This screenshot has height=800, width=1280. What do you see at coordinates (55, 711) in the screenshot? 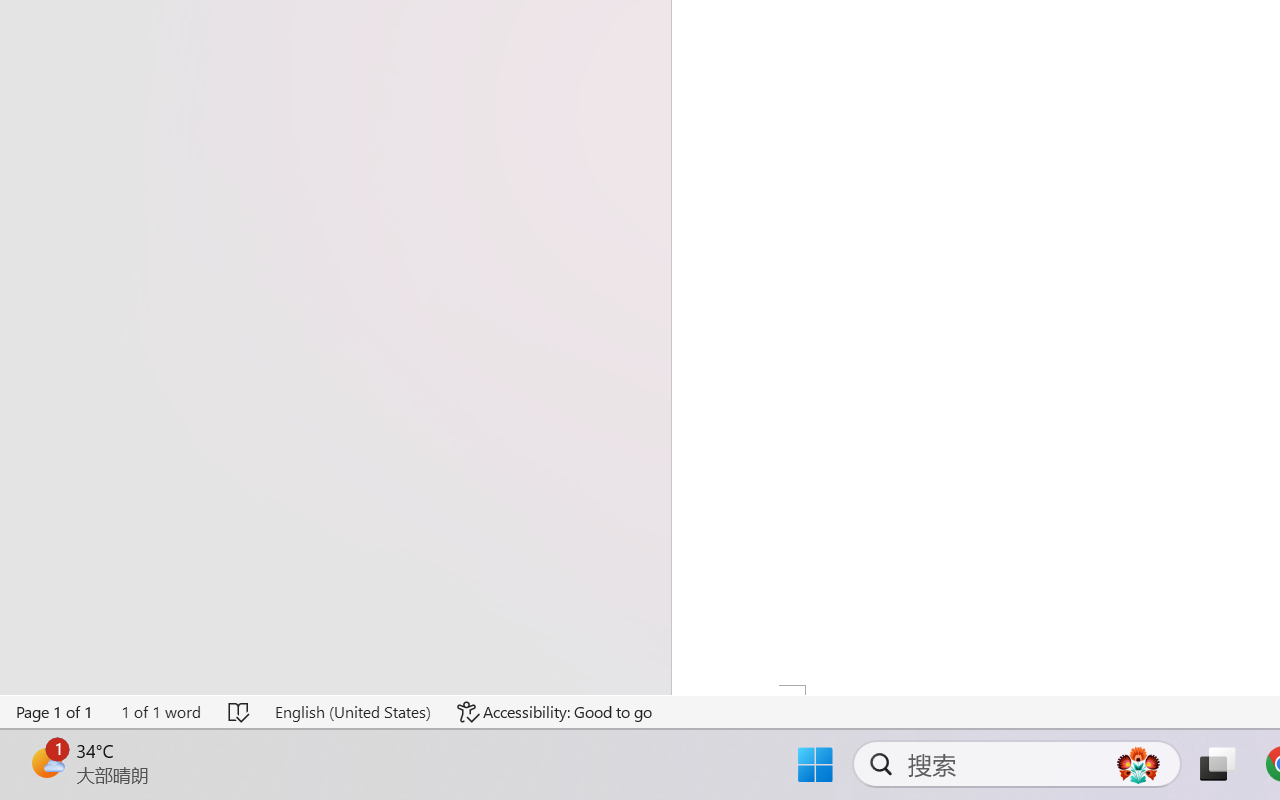
I see `'Page Number Page 1 of 1'` at bounding box center [55, 711].